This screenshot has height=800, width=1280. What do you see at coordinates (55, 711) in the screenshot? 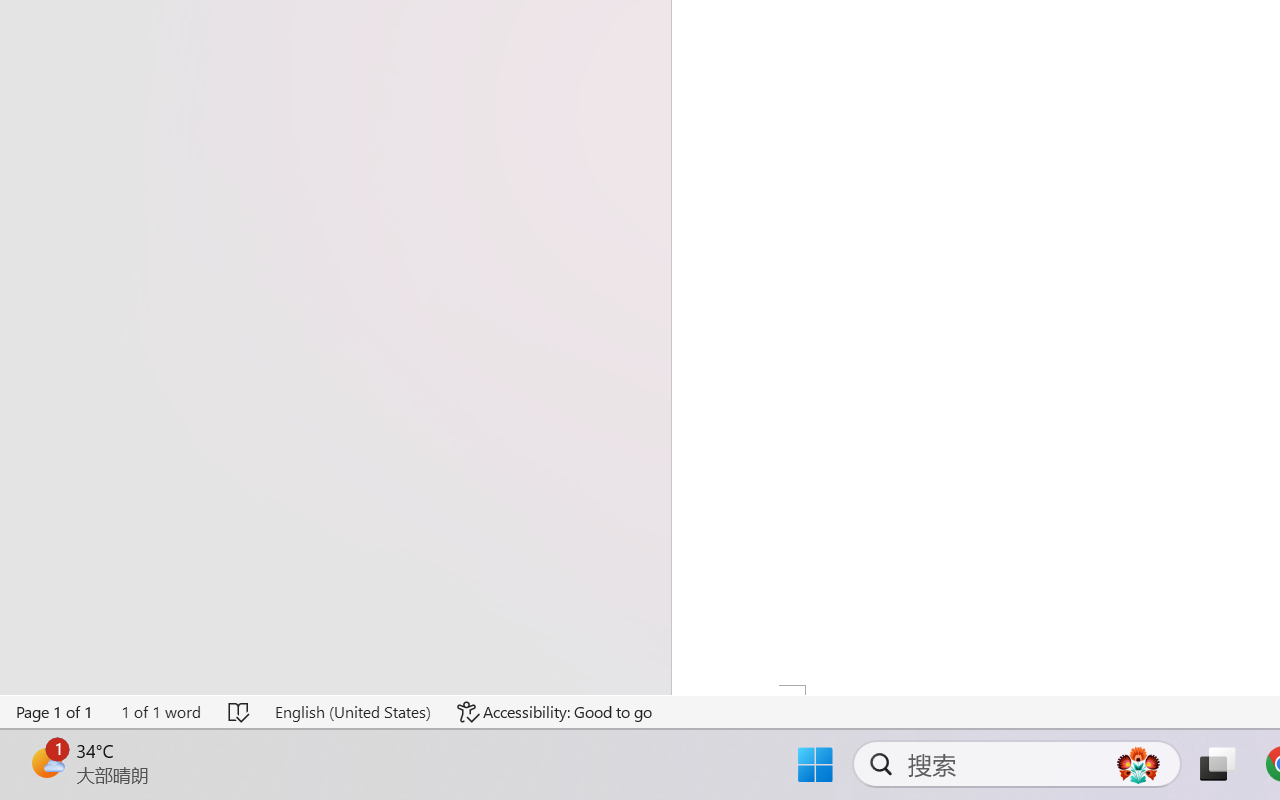
I see `'Page Number Page 1 of 1'` at bounding box center [55, 711].